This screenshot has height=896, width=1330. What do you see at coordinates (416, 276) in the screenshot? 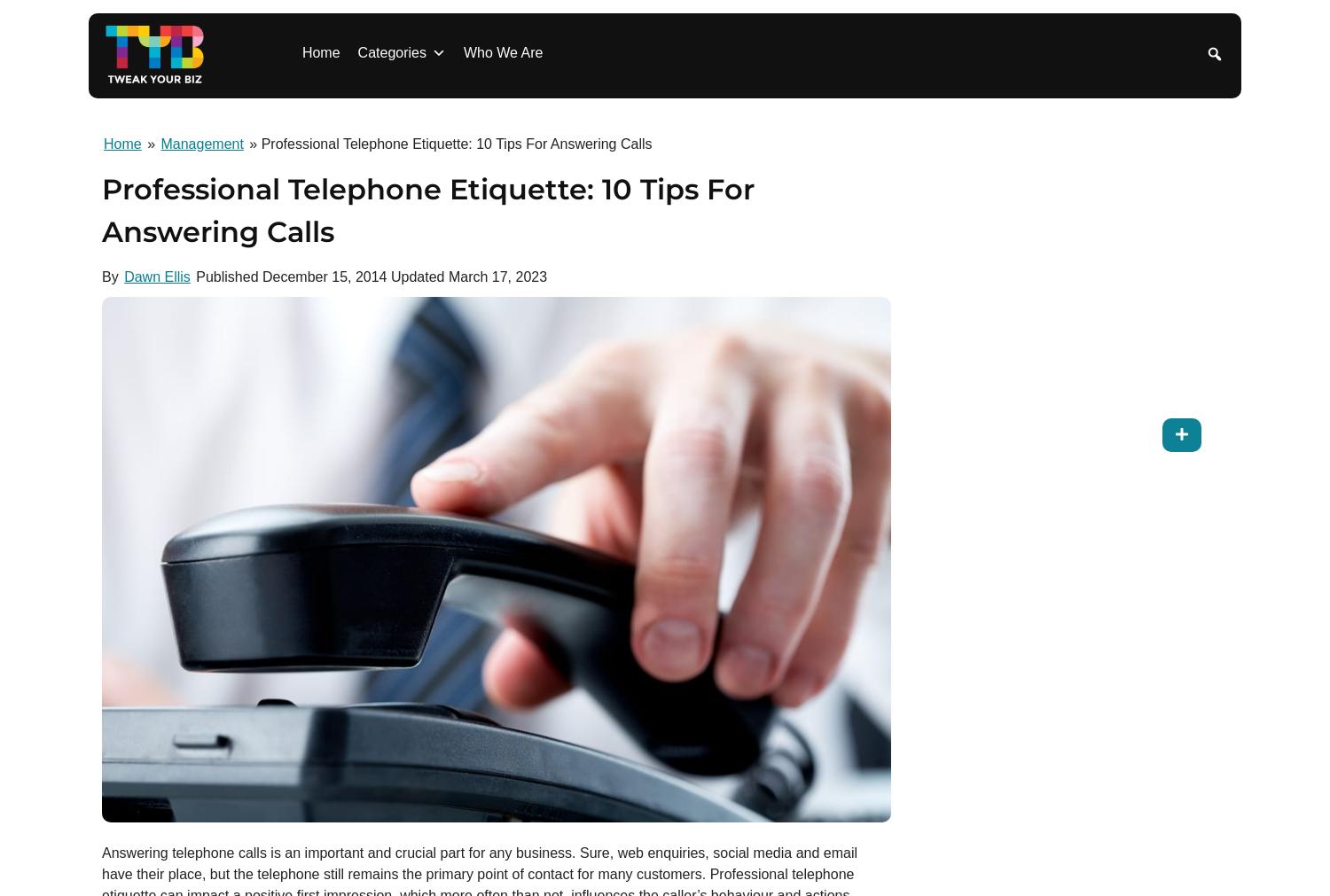
I see `'Updated'` at bounding box center [416, 276].